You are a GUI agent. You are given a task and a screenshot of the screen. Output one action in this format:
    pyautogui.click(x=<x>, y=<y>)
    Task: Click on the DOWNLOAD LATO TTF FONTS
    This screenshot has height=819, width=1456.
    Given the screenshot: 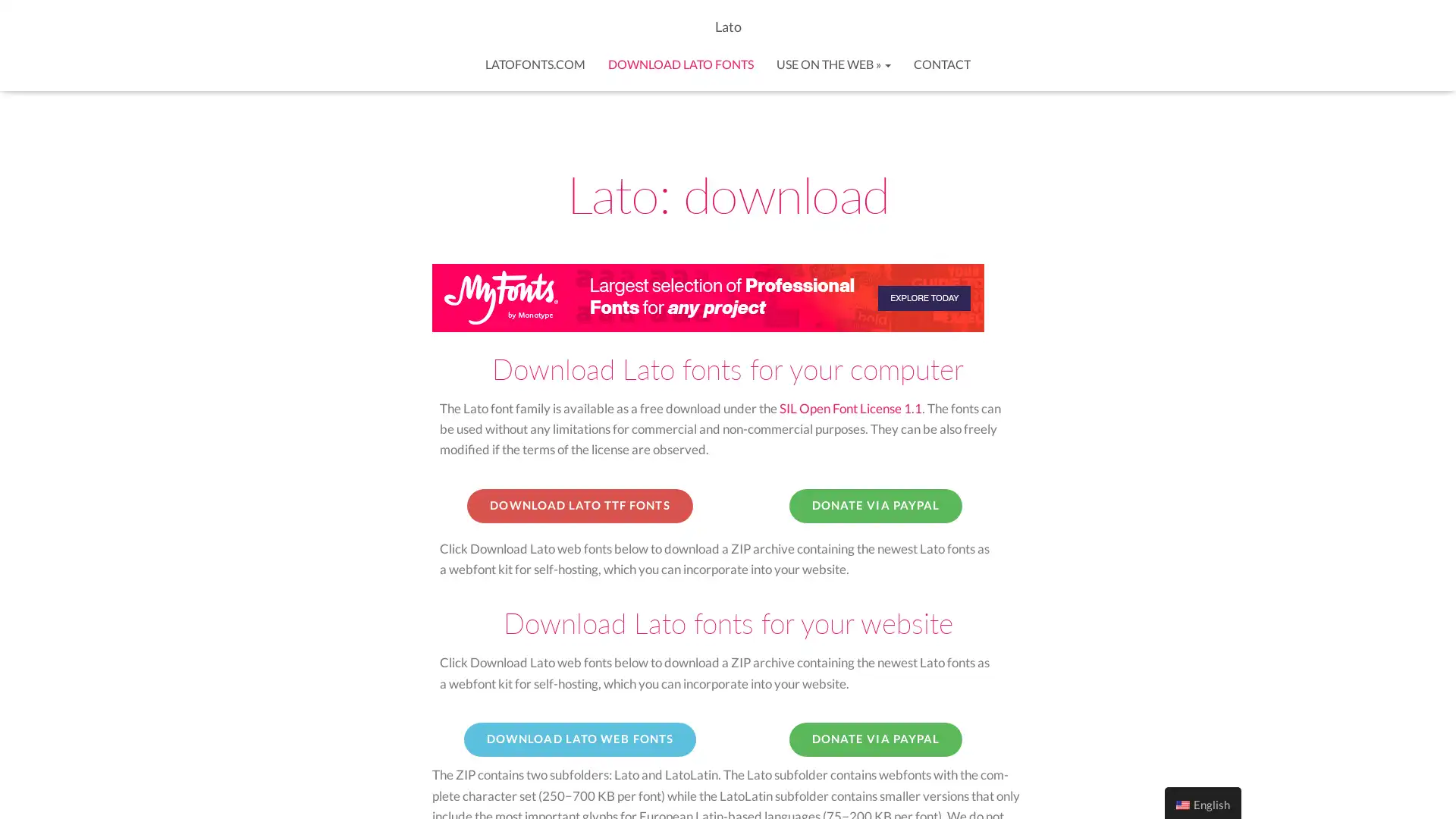 What is the action you would take?
    pyautogui.click(x=579, y=506)
    